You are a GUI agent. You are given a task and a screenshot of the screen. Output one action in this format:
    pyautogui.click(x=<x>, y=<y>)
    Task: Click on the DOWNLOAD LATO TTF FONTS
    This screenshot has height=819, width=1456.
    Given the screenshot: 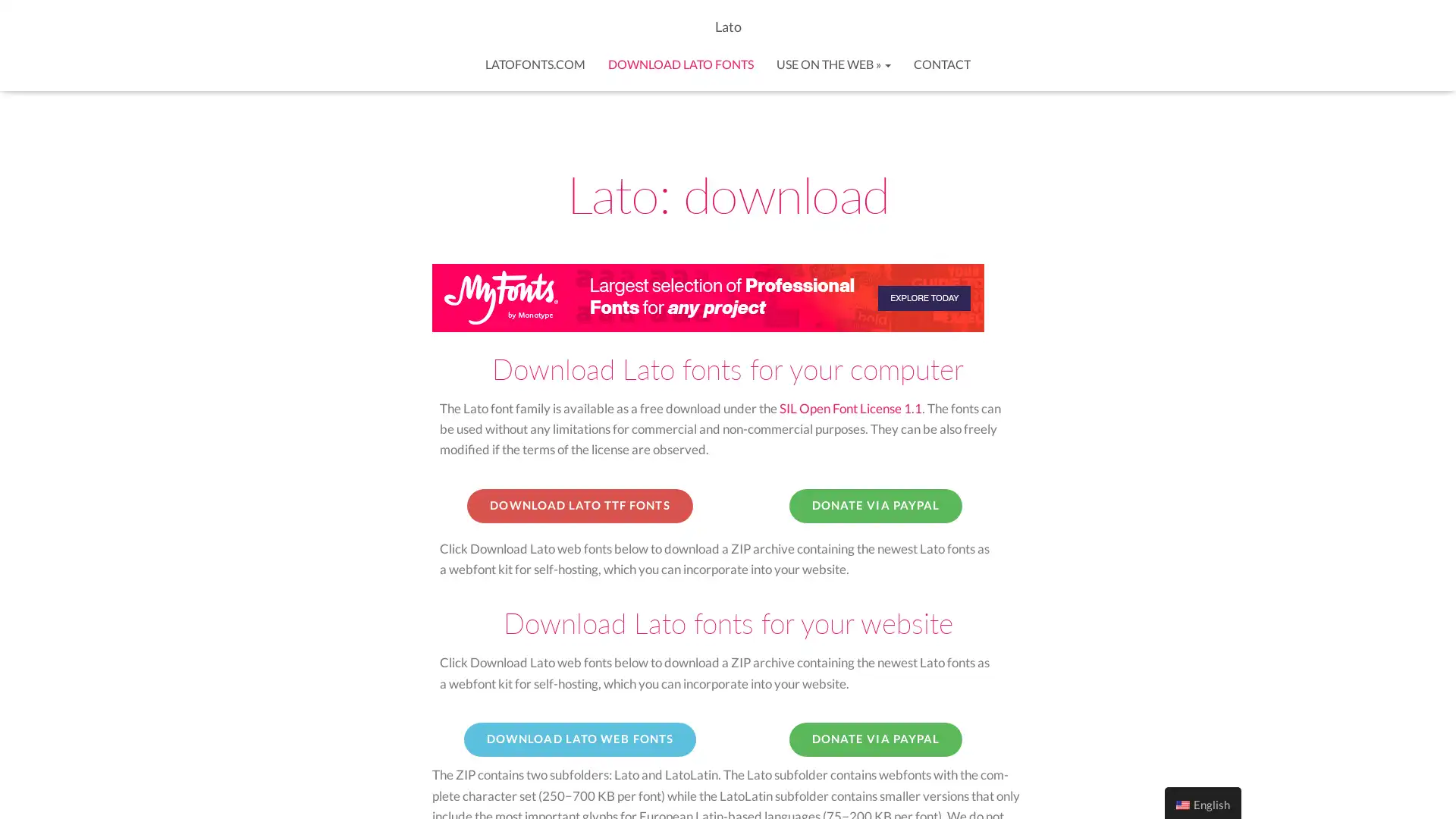 What is the action you would take?
    pyautogui.click(x=579, y=506)
    